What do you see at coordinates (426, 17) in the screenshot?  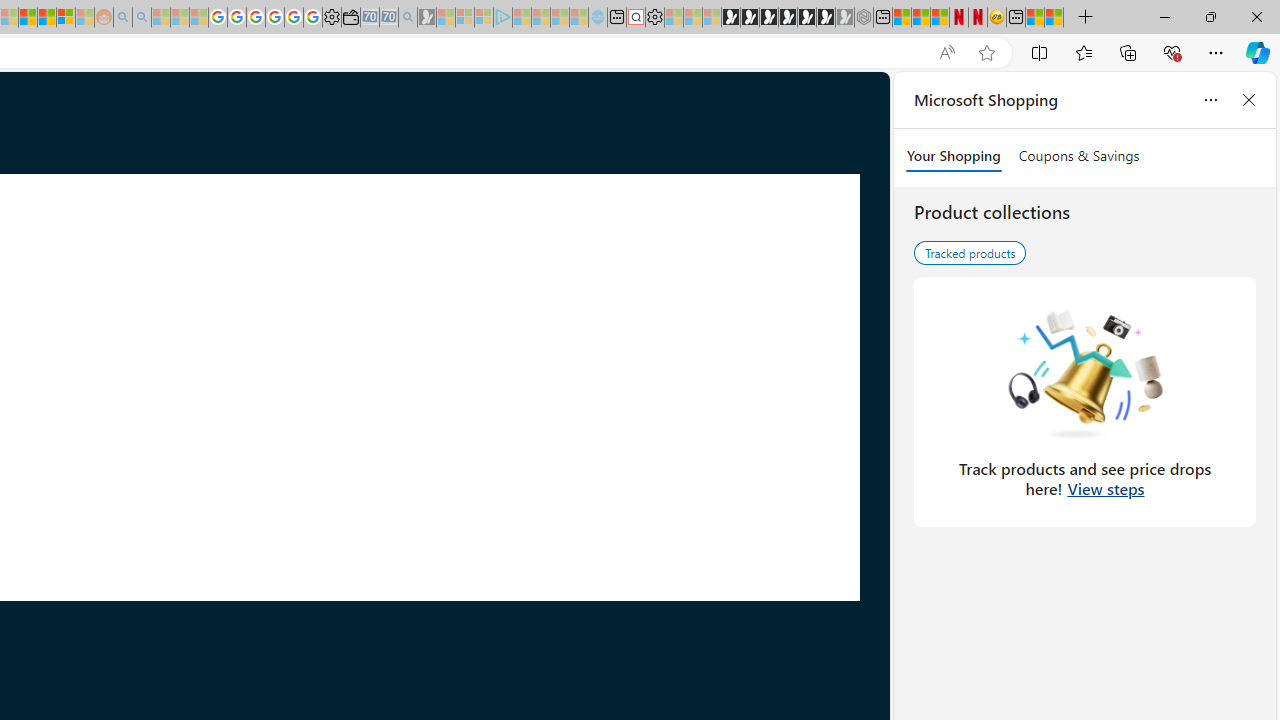 I see `'Microsoft Start Gaming - Sleeping'` at bounding box center [426, 17].